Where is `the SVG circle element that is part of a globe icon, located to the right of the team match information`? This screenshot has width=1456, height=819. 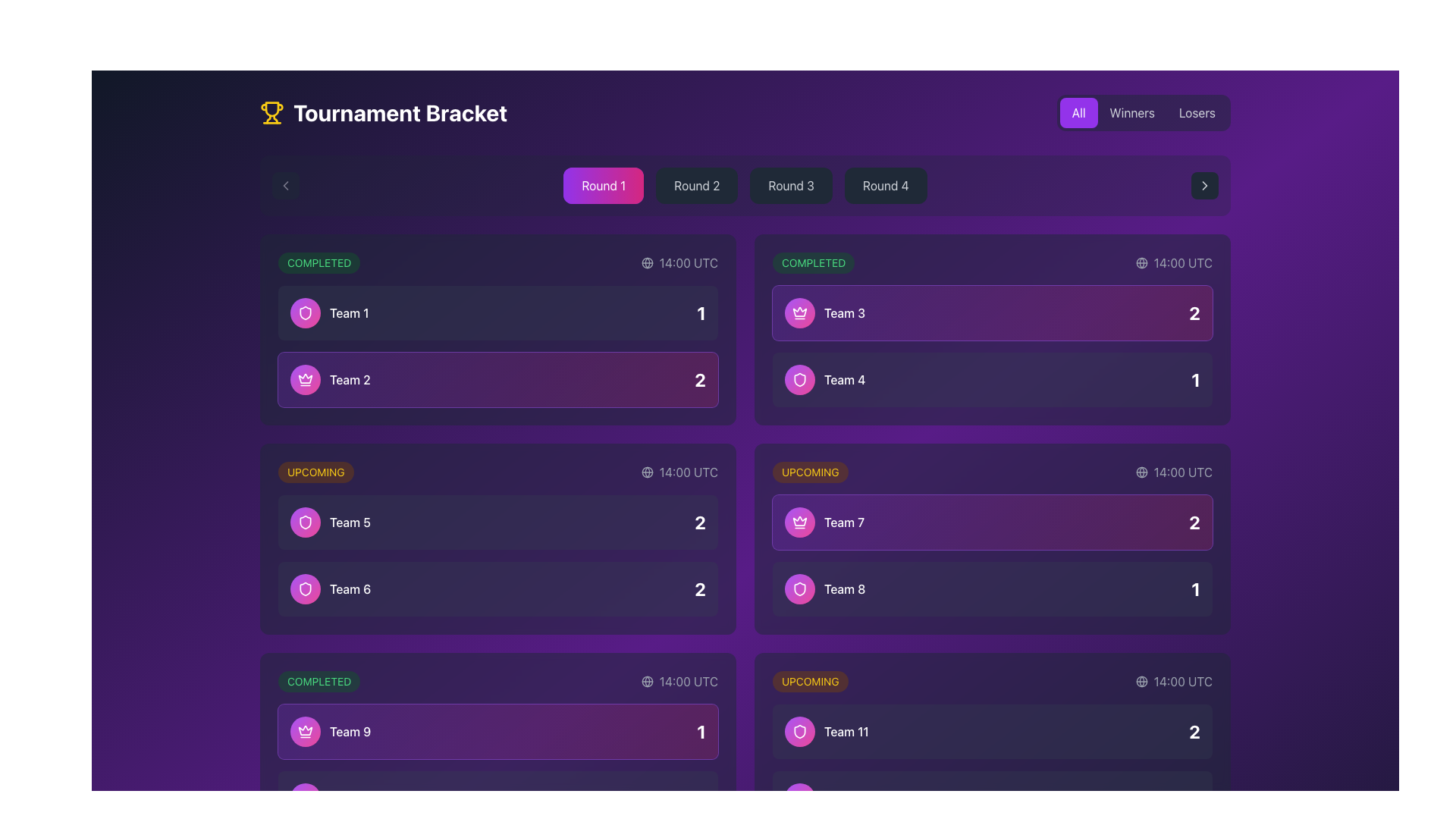
the SVG circle element that is part of a globe icon, located to the right of the team match information is located at coordinates (1141, 472).